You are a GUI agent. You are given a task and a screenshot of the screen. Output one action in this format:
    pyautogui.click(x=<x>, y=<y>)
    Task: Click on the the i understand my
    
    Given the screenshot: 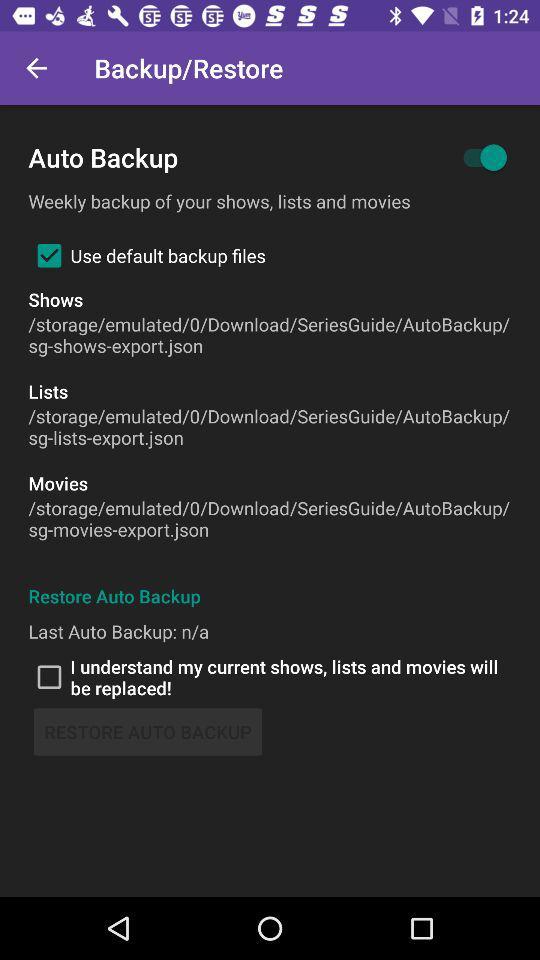 What is the action you would take?
    pyautogui.click(x=270, y=677)
    